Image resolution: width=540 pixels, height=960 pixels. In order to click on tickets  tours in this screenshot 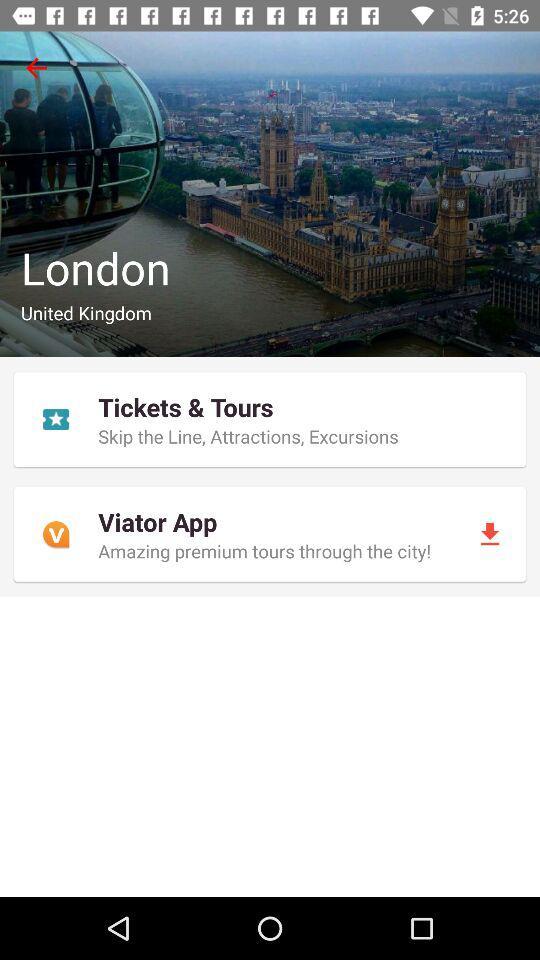, I will do `click(270, 419)`.